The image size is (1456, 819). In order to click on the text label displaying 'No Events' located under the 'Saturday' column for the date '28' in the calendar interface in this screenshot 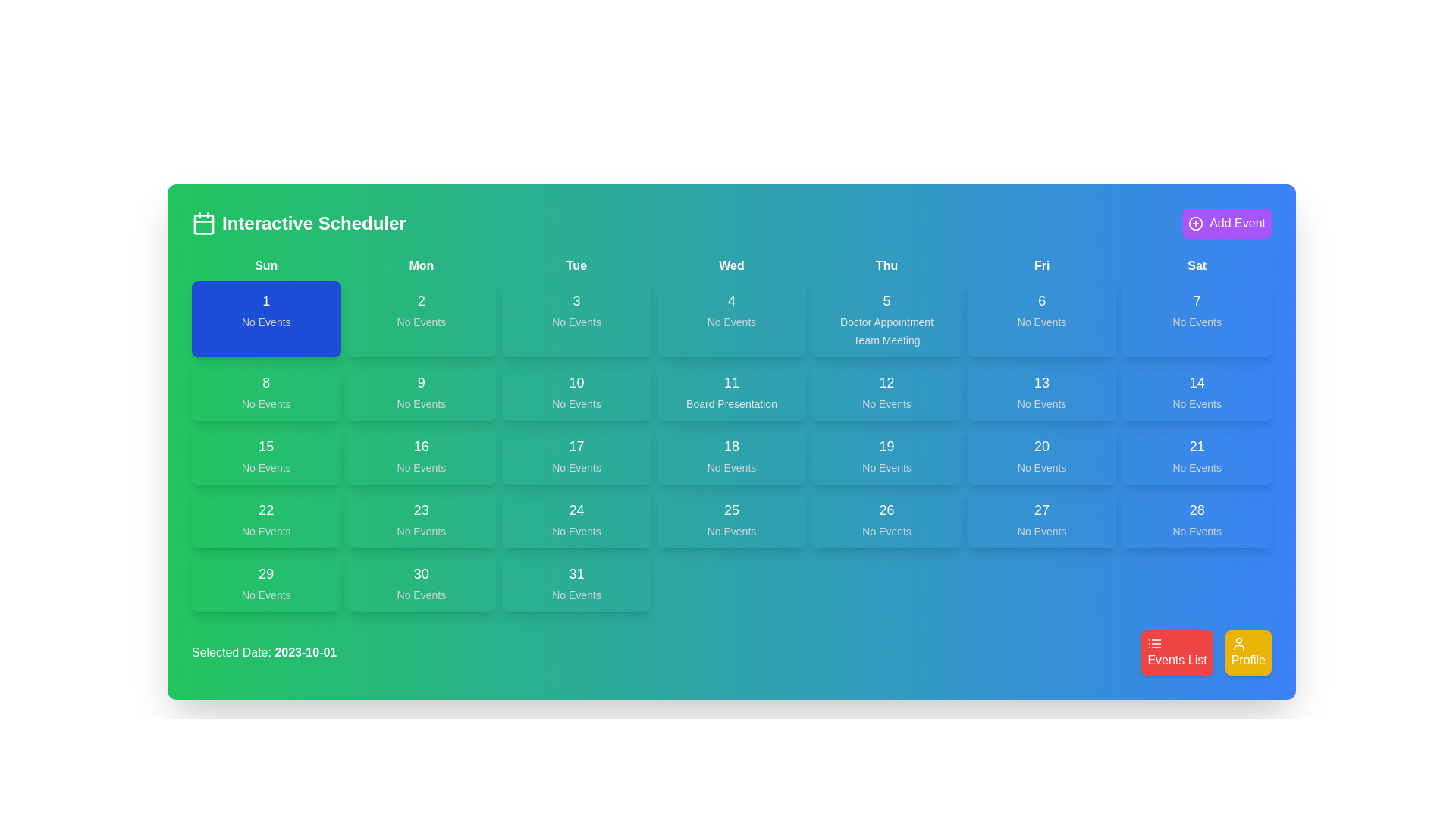, I will do `click(1196, 531)`.